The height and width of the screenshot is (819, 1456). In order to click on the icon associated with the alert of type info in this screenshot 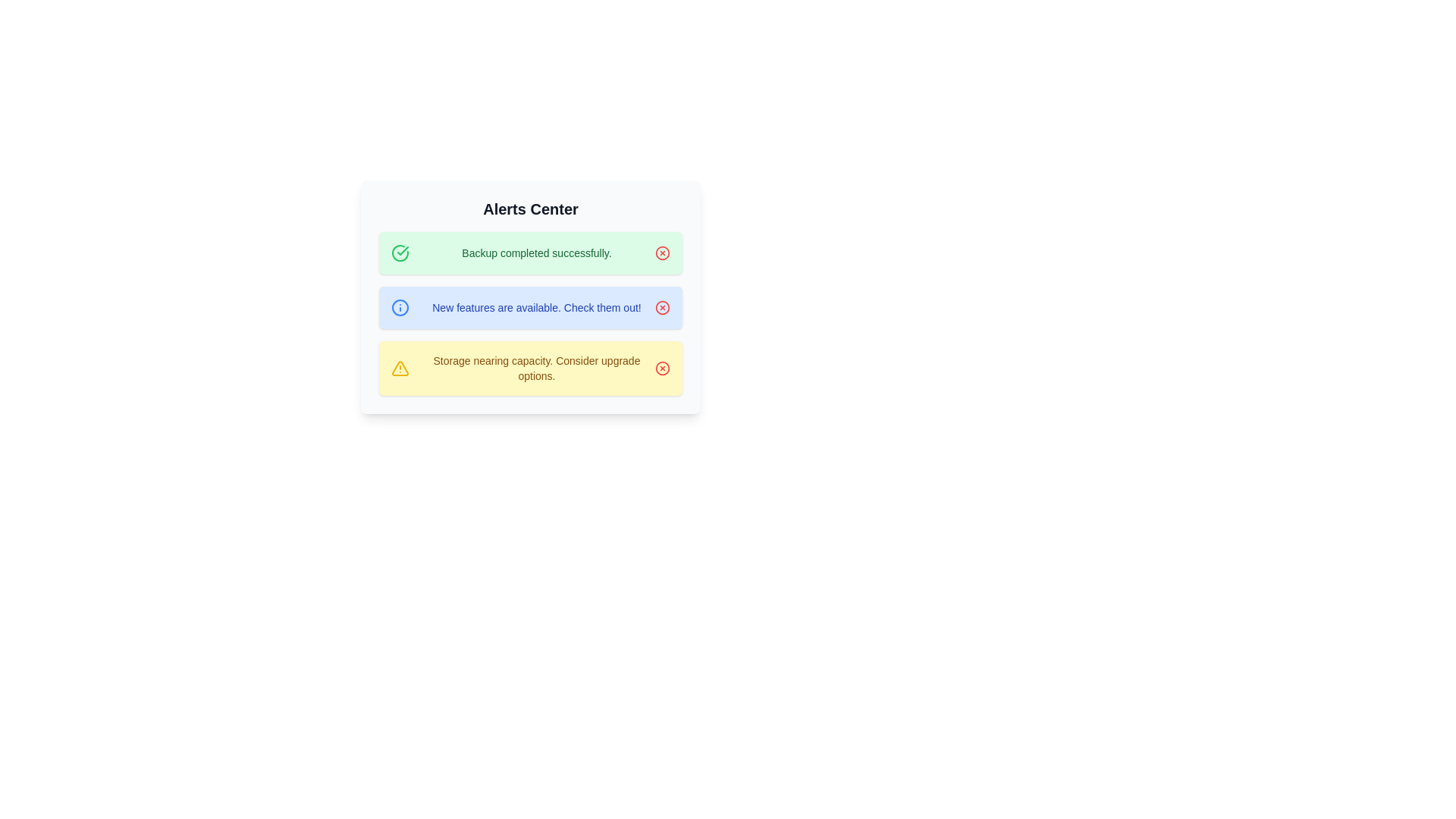, I will do `click(400, 307)`.